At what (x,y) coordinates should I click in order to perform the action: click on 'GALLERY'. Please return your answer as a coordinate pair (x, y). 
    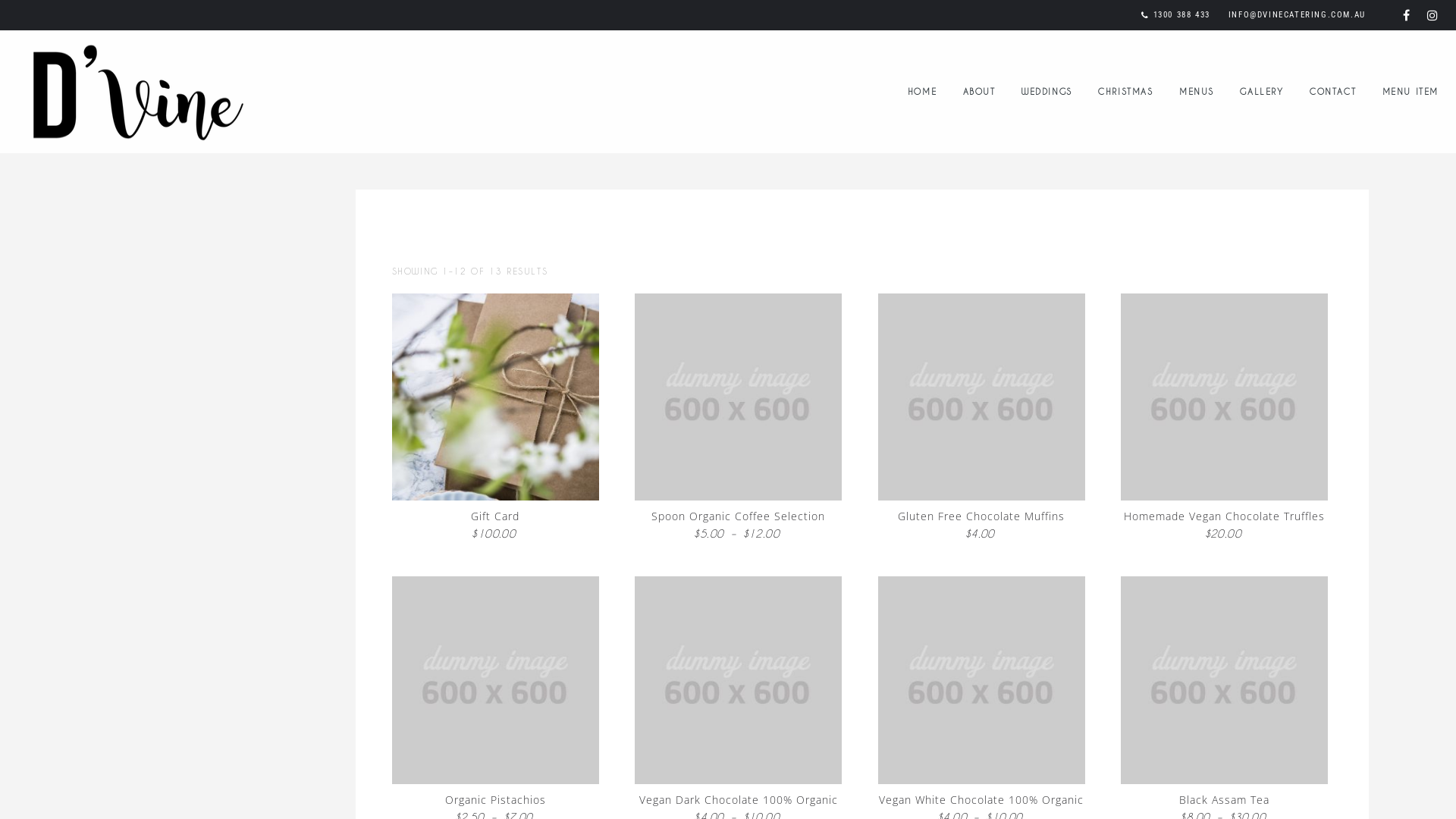
    Looking at the image, I should click on (1261, 90).